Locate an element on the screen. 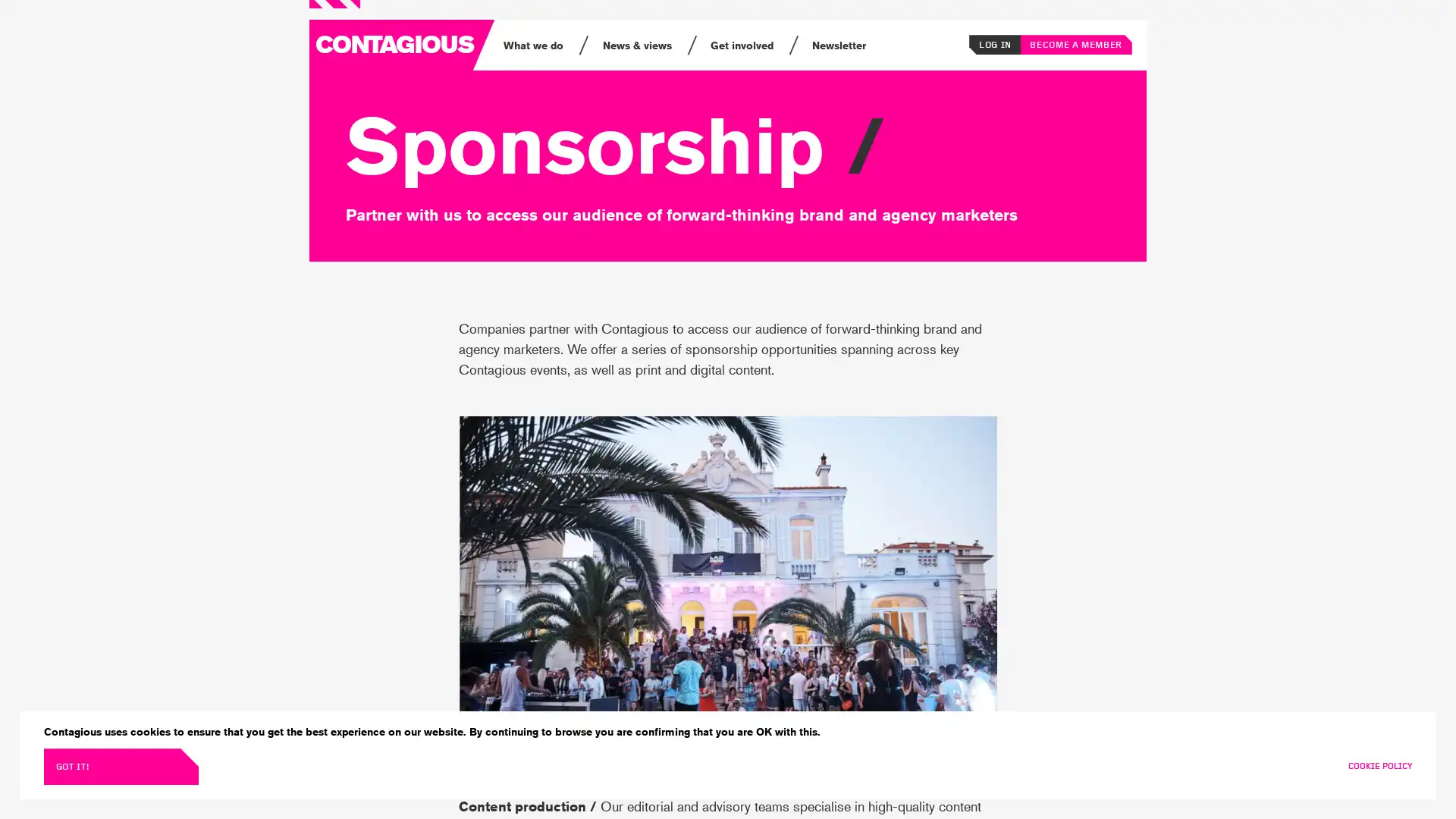 The image size is (1456, 819). GOT IT! is located at coordinates (120, 766).